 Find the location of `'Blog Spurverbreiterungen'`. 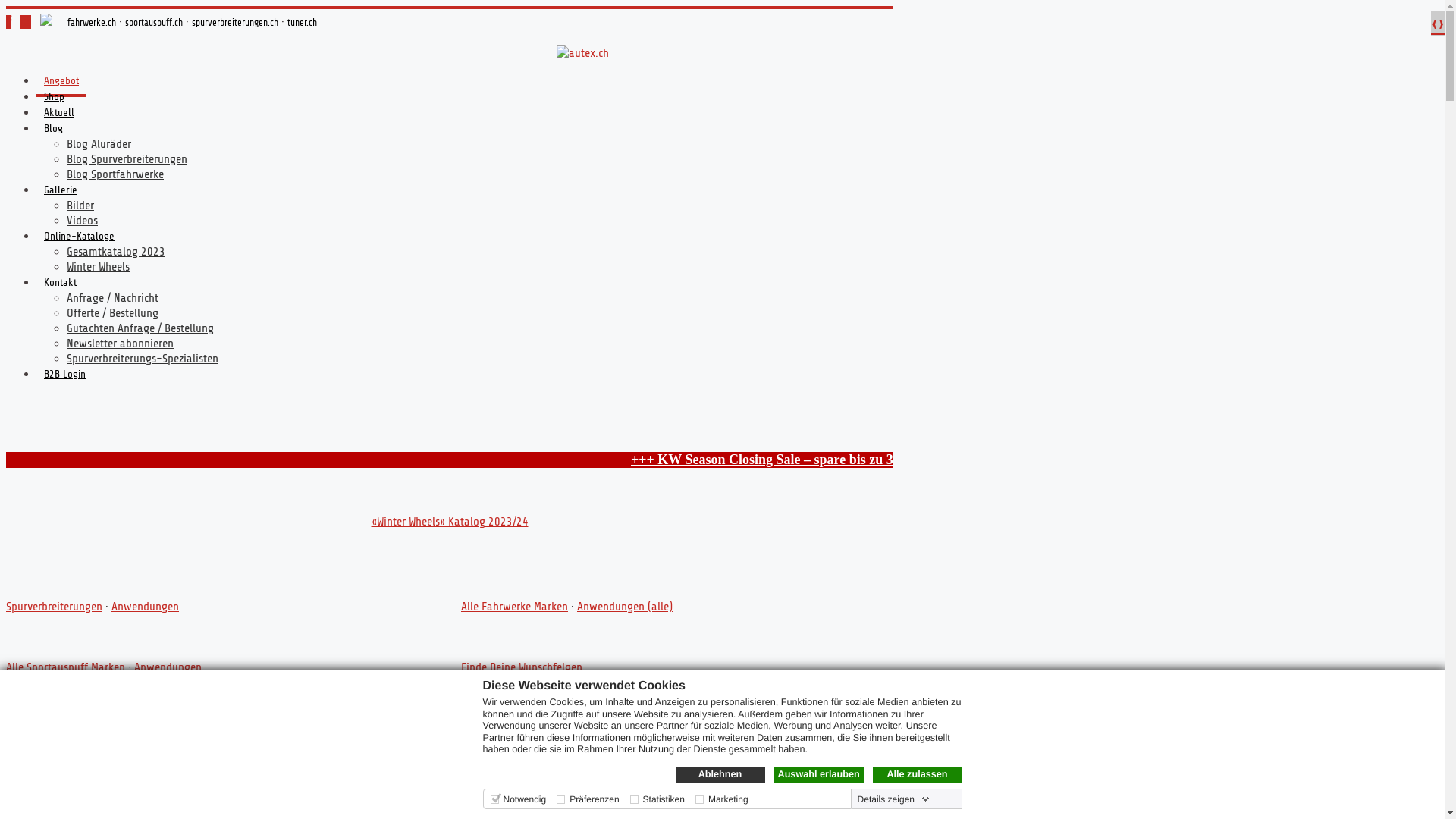

'Blog Spurverbreiterungen' is located at coordinates (127, 158).